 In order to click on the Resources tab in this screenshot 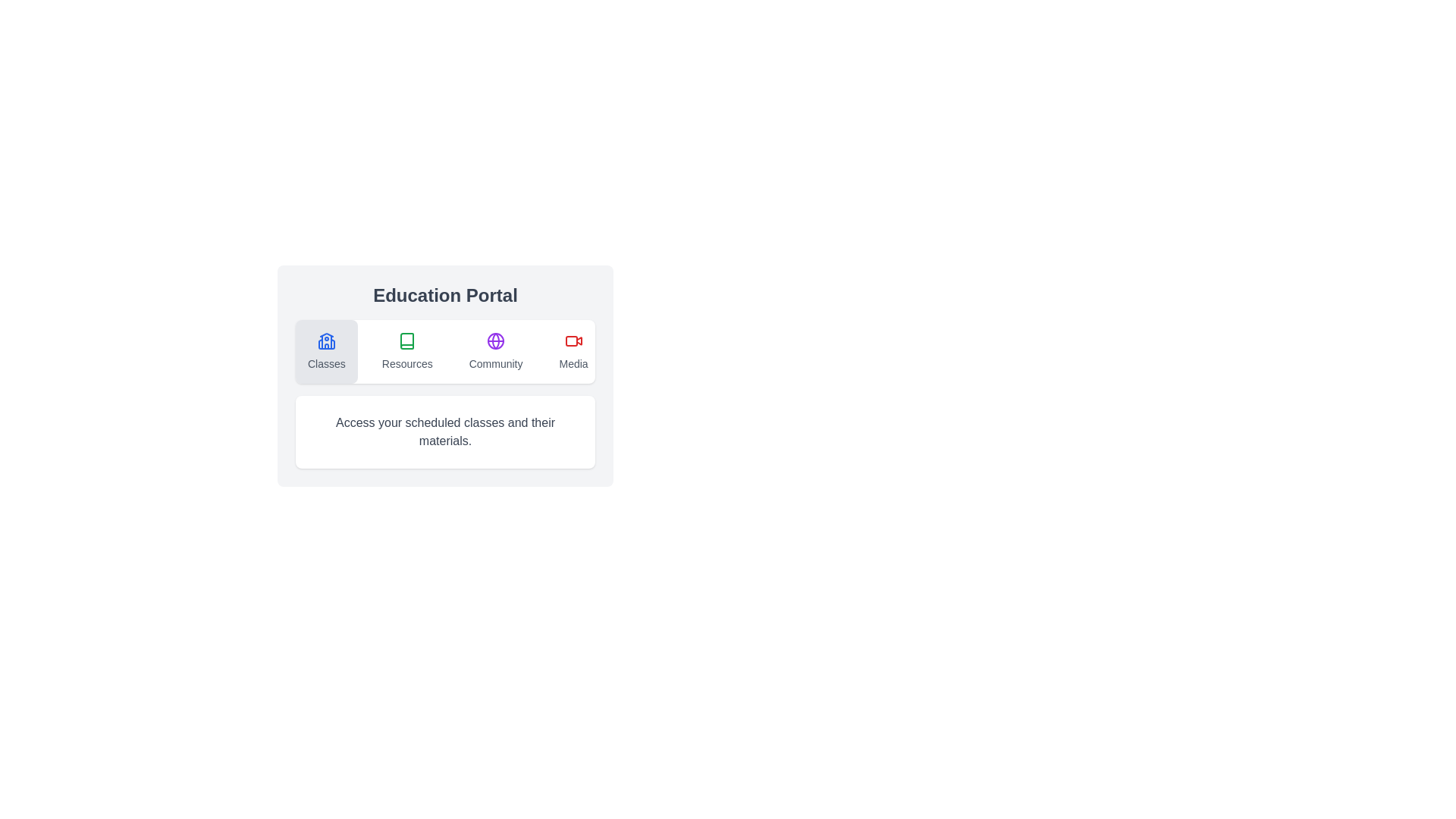, I will do `click(407, 351)`.